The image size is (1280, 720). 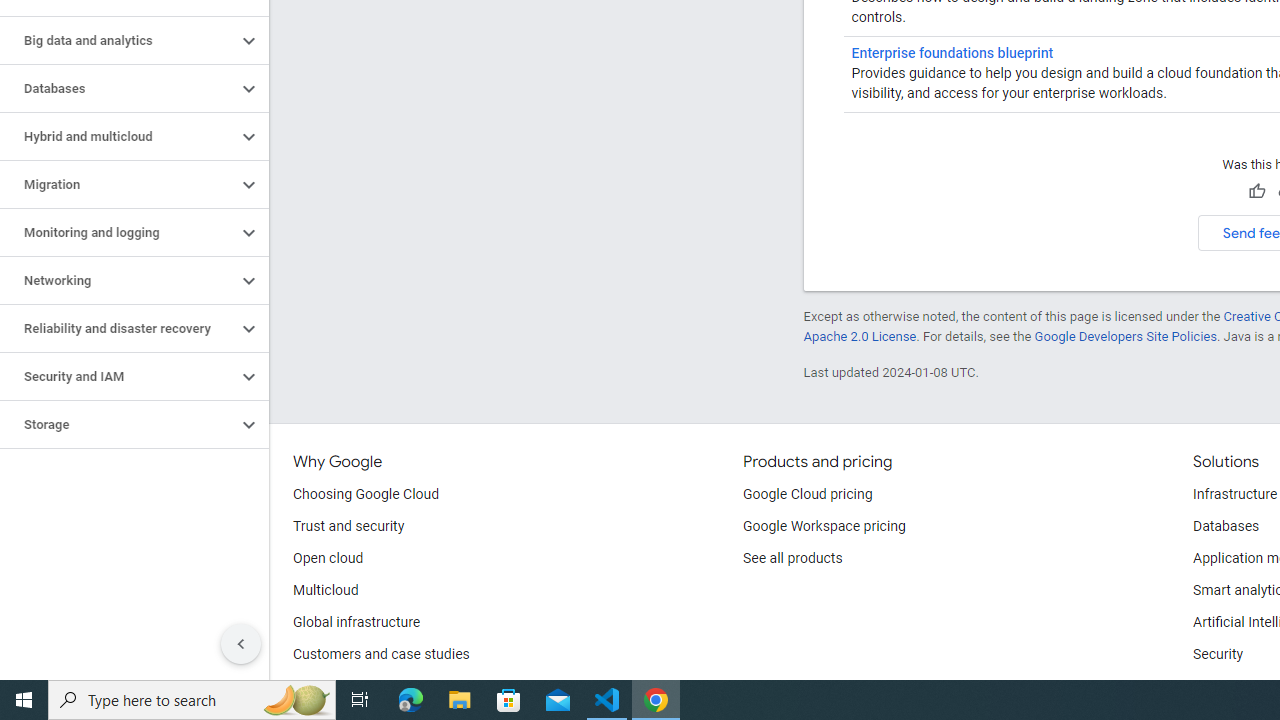 What do you see at coordinates (348, 526) in the screenshot?
I see `'Trust and security'` at bounding box center [348, 526].